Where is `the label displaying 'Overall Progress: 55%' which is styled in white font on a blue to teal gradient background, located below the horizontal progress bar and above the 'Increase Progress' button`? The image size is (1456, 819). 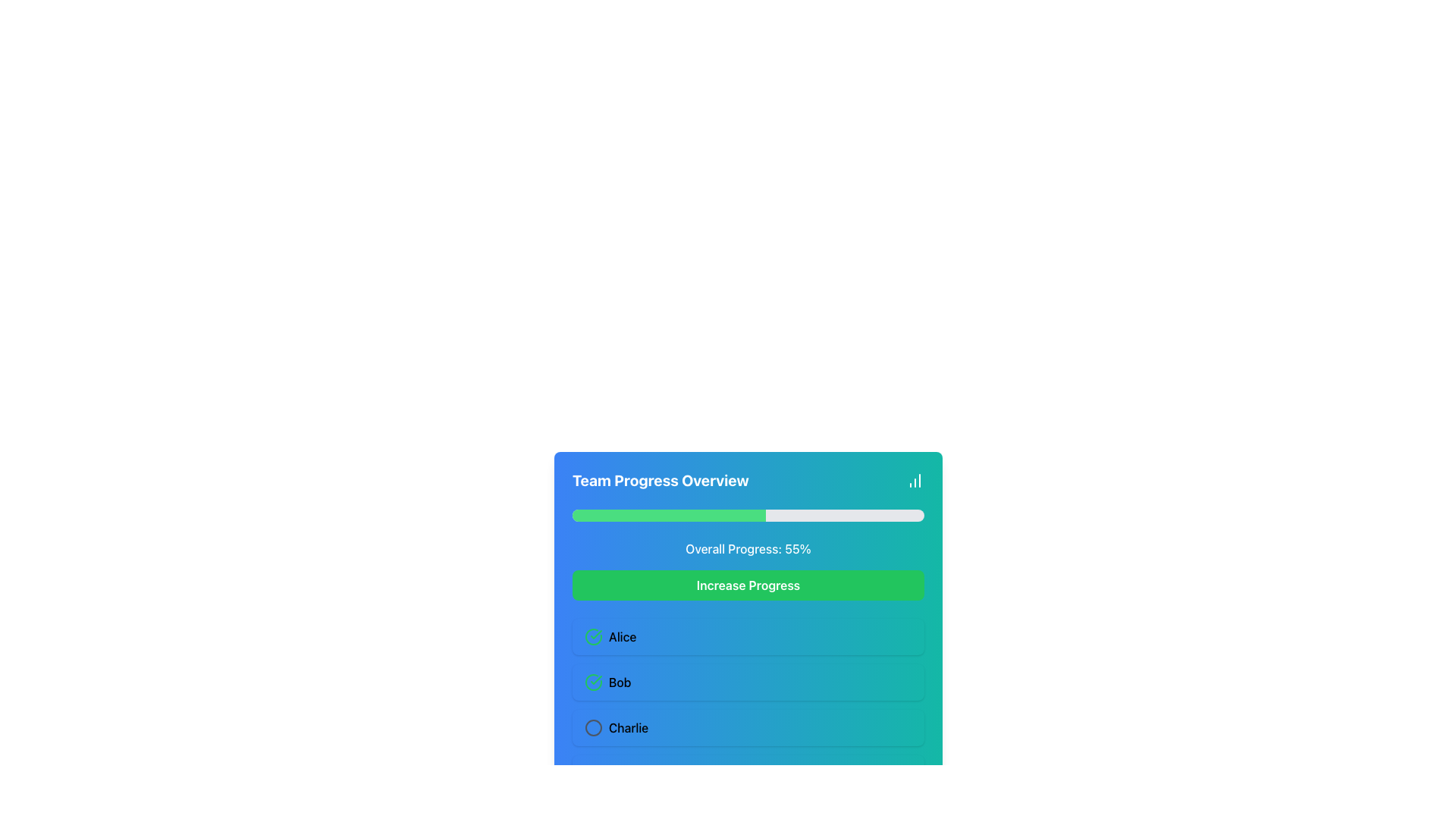
the label displaying 'Overall Progress: 55%' which is styled in white font on a blue to teal gradient background, located below the horizontal progress bar and above the 'Increase Progress' button is located at coordinates (748, 549).